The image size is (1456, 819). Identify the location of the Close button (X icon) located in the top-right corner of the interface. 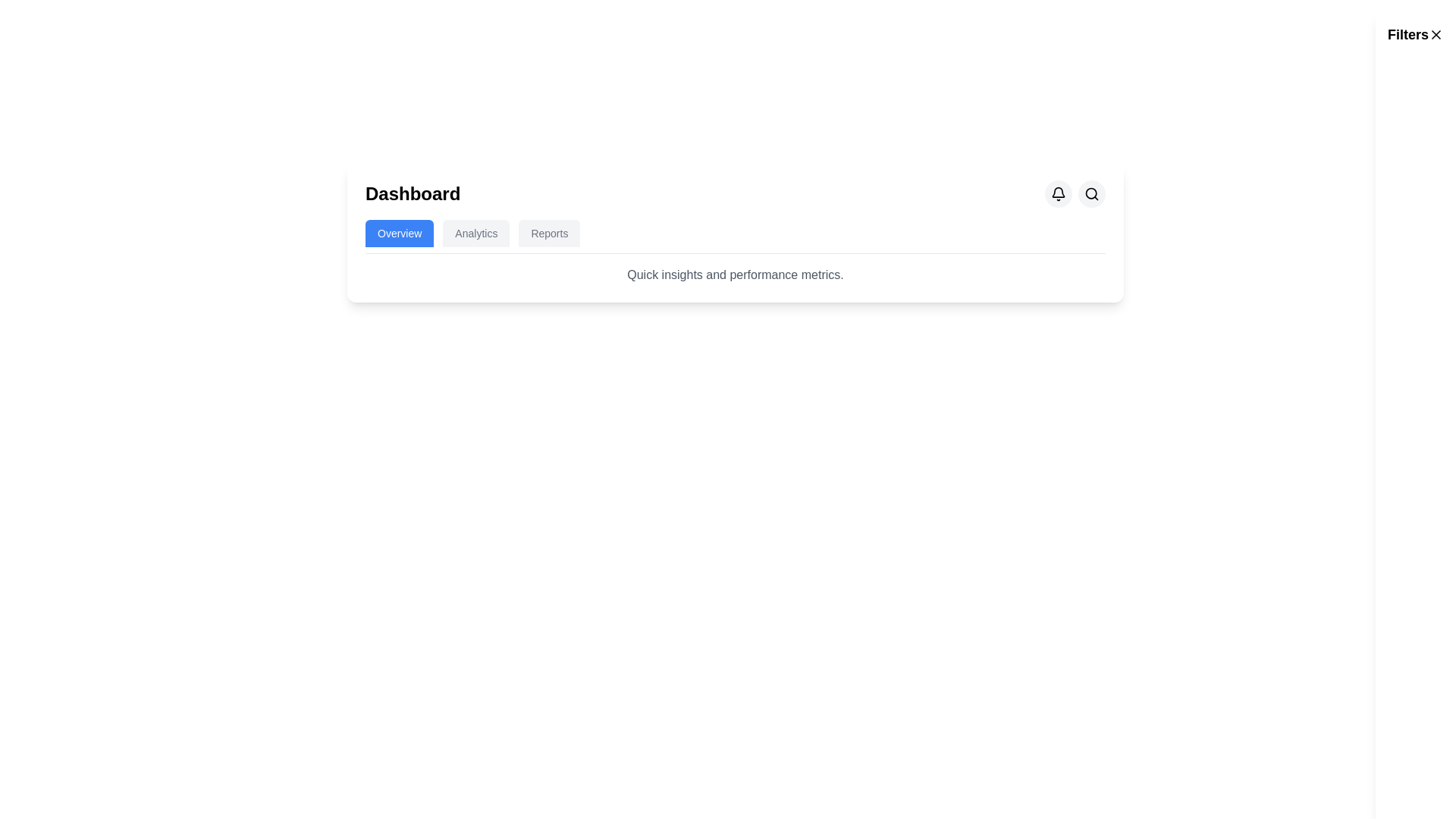
(1436, 34).